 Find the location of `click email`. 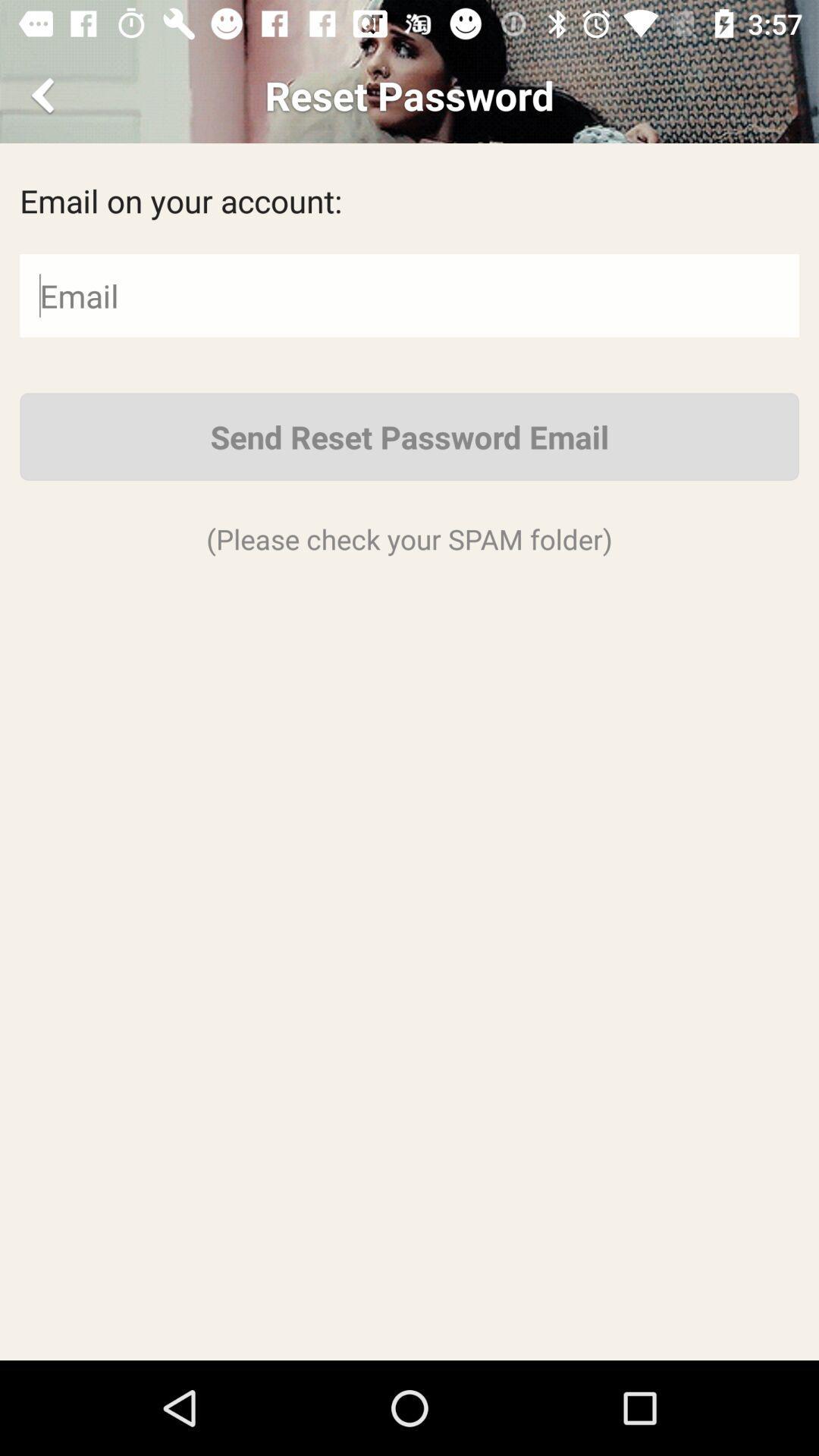

click email is located at coordinates (409, 295).